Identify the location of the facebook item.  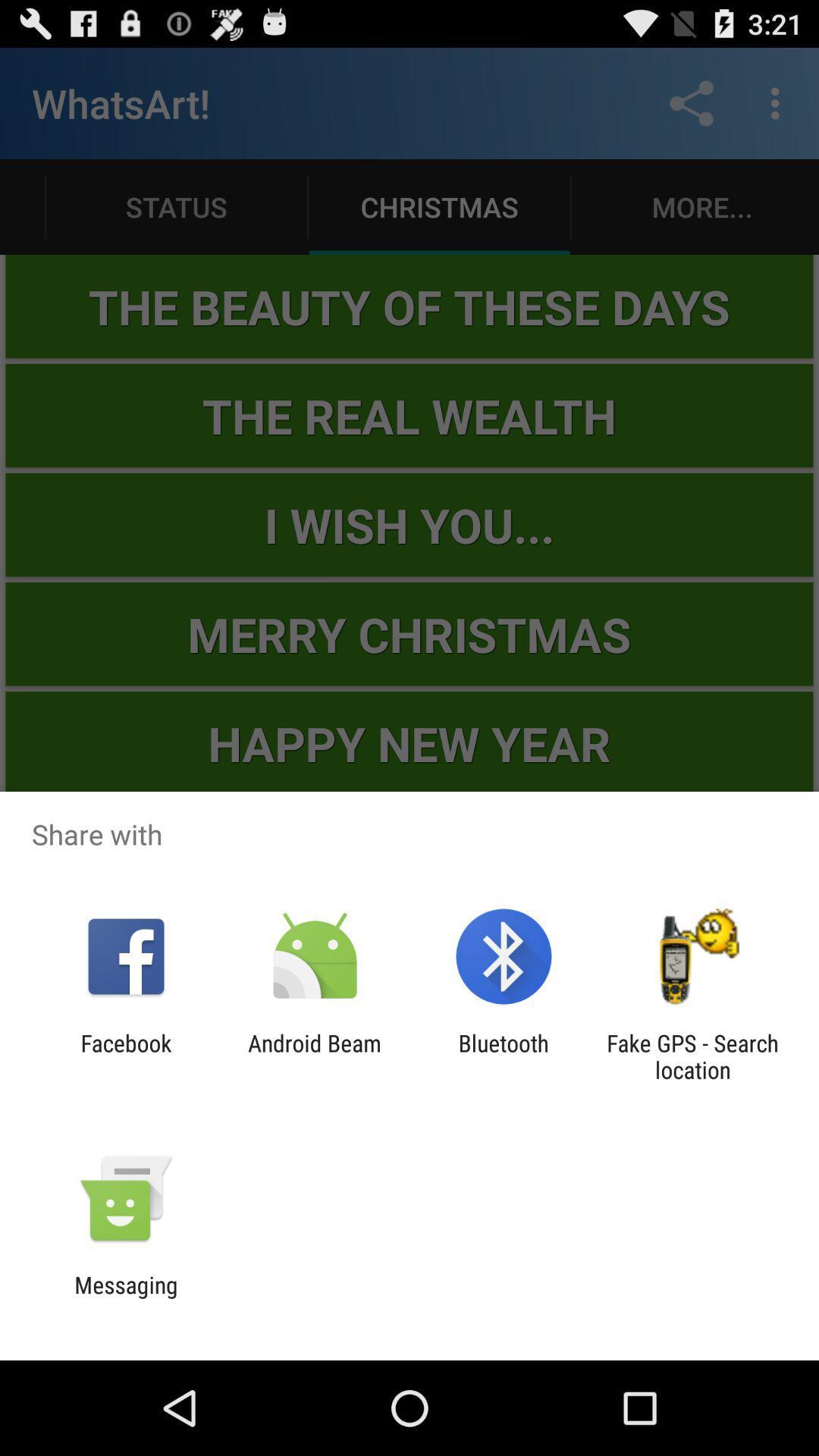
(125, 1056).